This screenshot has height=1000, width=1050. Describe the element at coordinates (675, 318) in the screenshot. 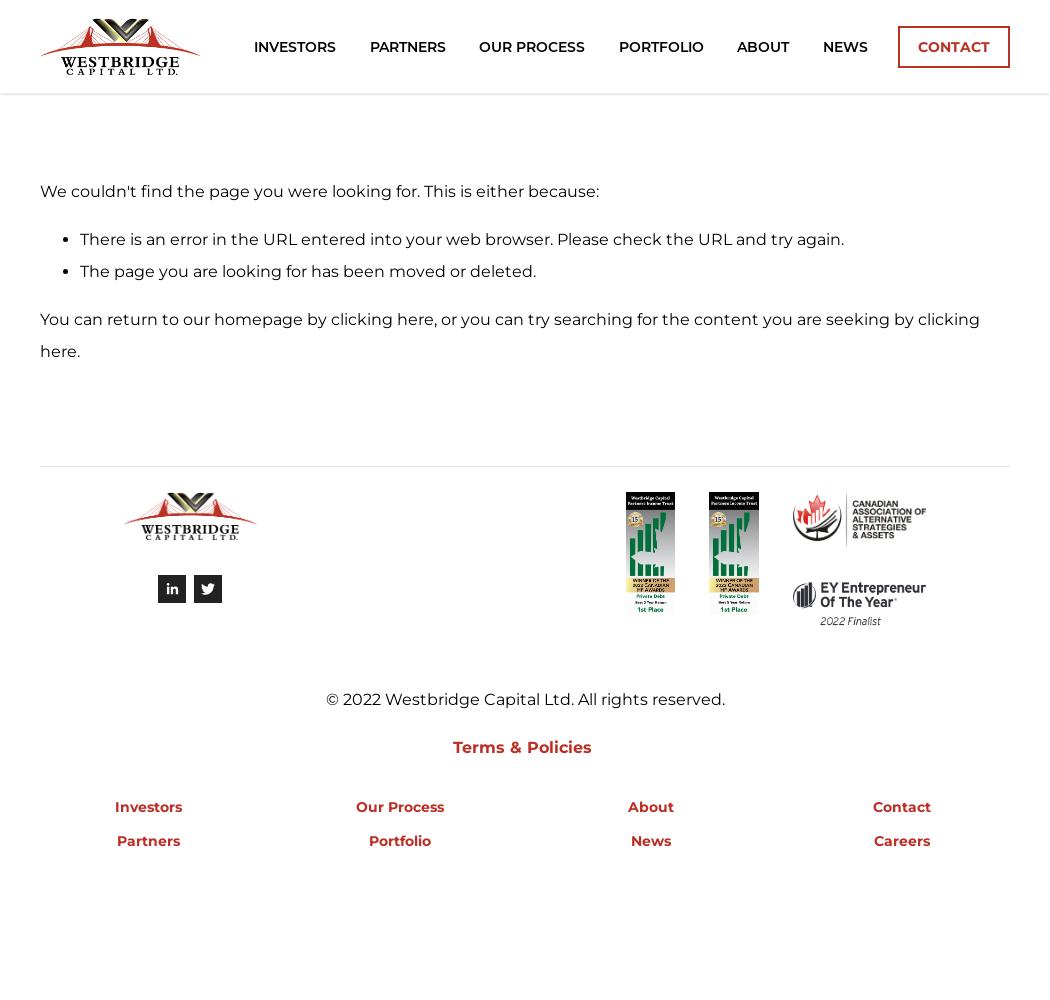

I see `', or you can try searching for the
  content you are seeking by'` at that location.